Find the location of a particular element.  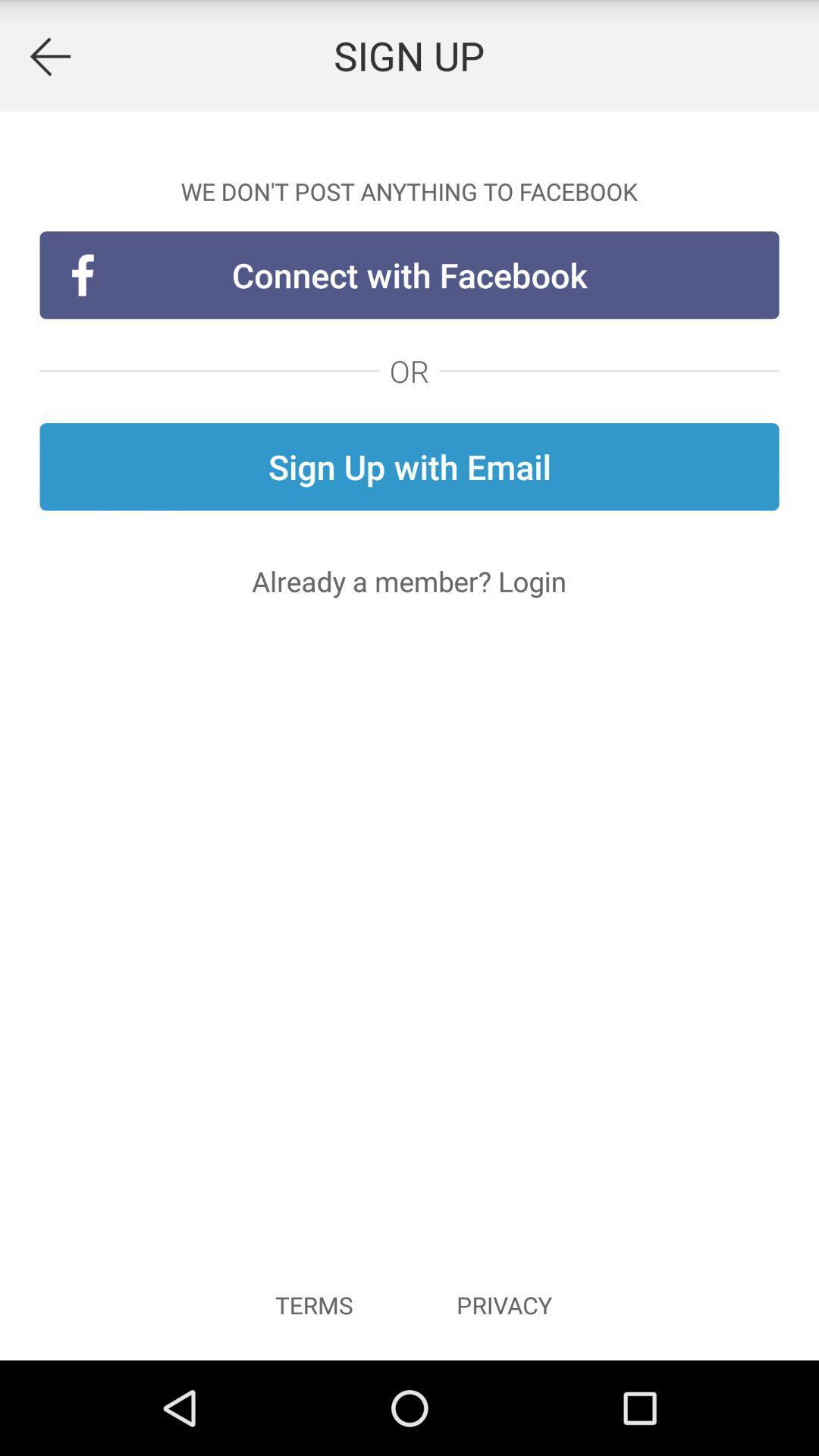

go back is located at coordinates (49, 55).